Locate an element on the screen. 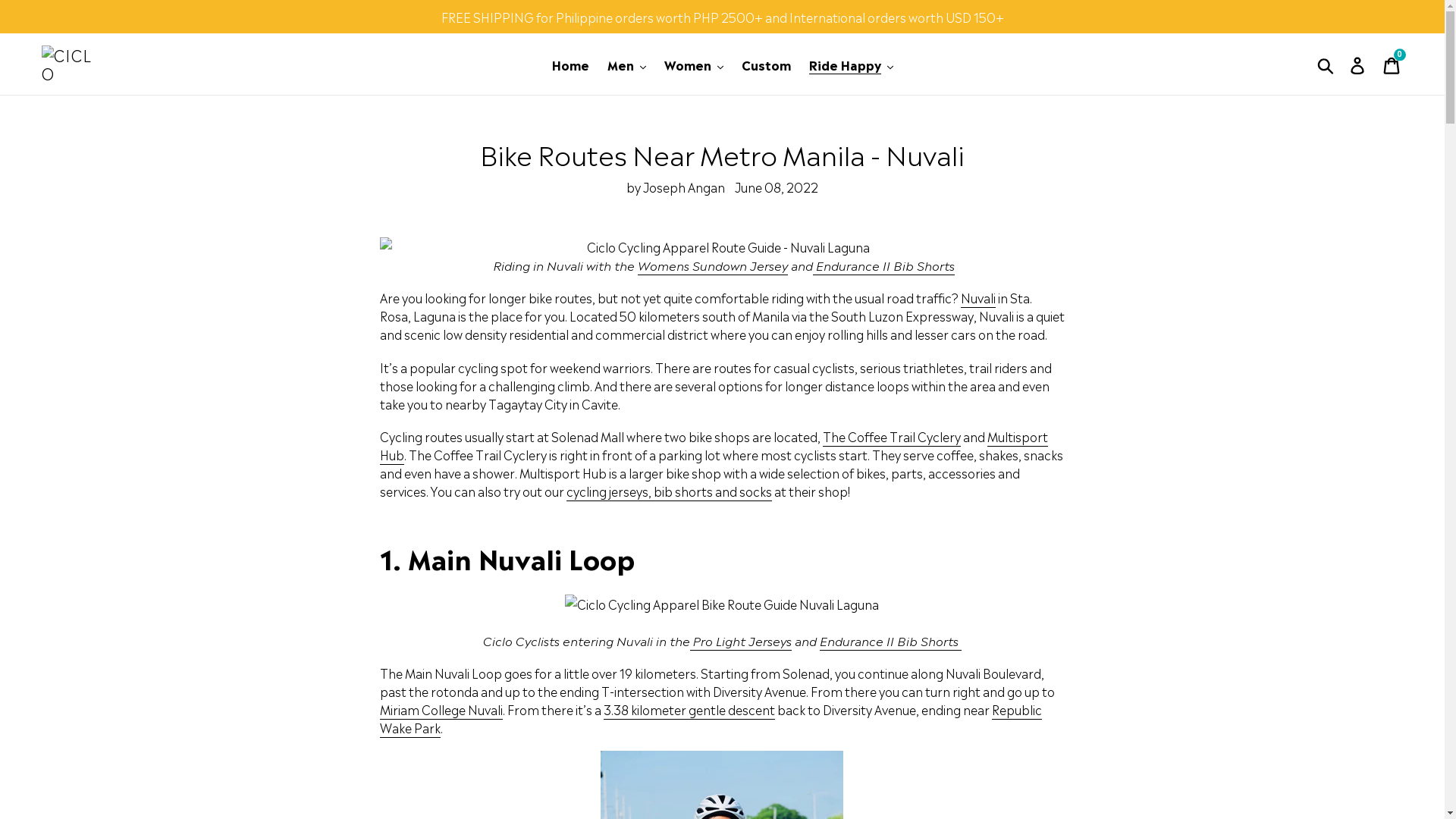 The width and height of the screenshot is (1456, 819). 'Home' is located at coordinates (544, 63).